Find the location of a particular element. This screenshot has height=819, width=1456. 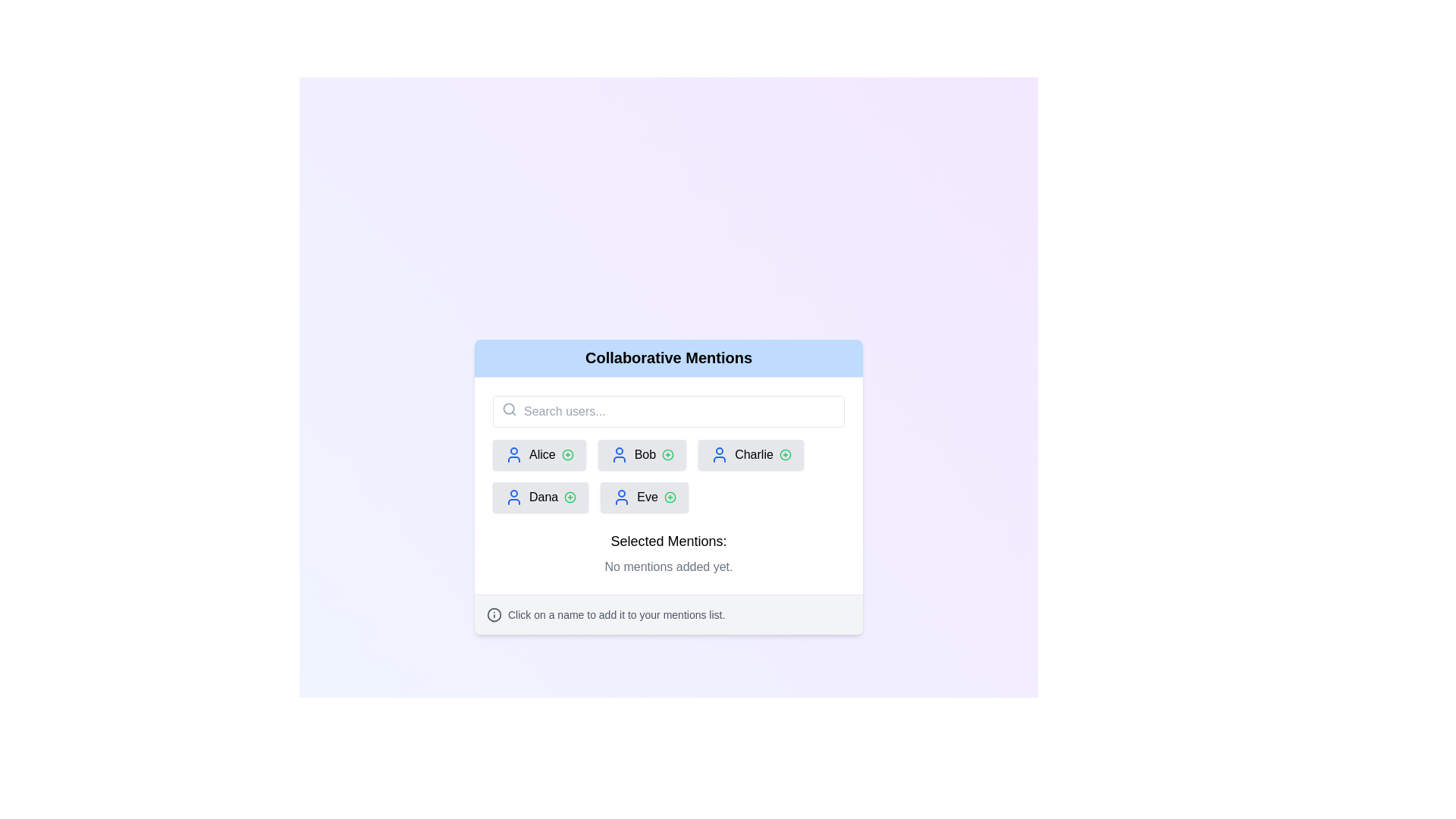

the clickable button for the 'Eve' user, which is the fifth button in a row of user options on the second row is located at coordinates (644, 497).